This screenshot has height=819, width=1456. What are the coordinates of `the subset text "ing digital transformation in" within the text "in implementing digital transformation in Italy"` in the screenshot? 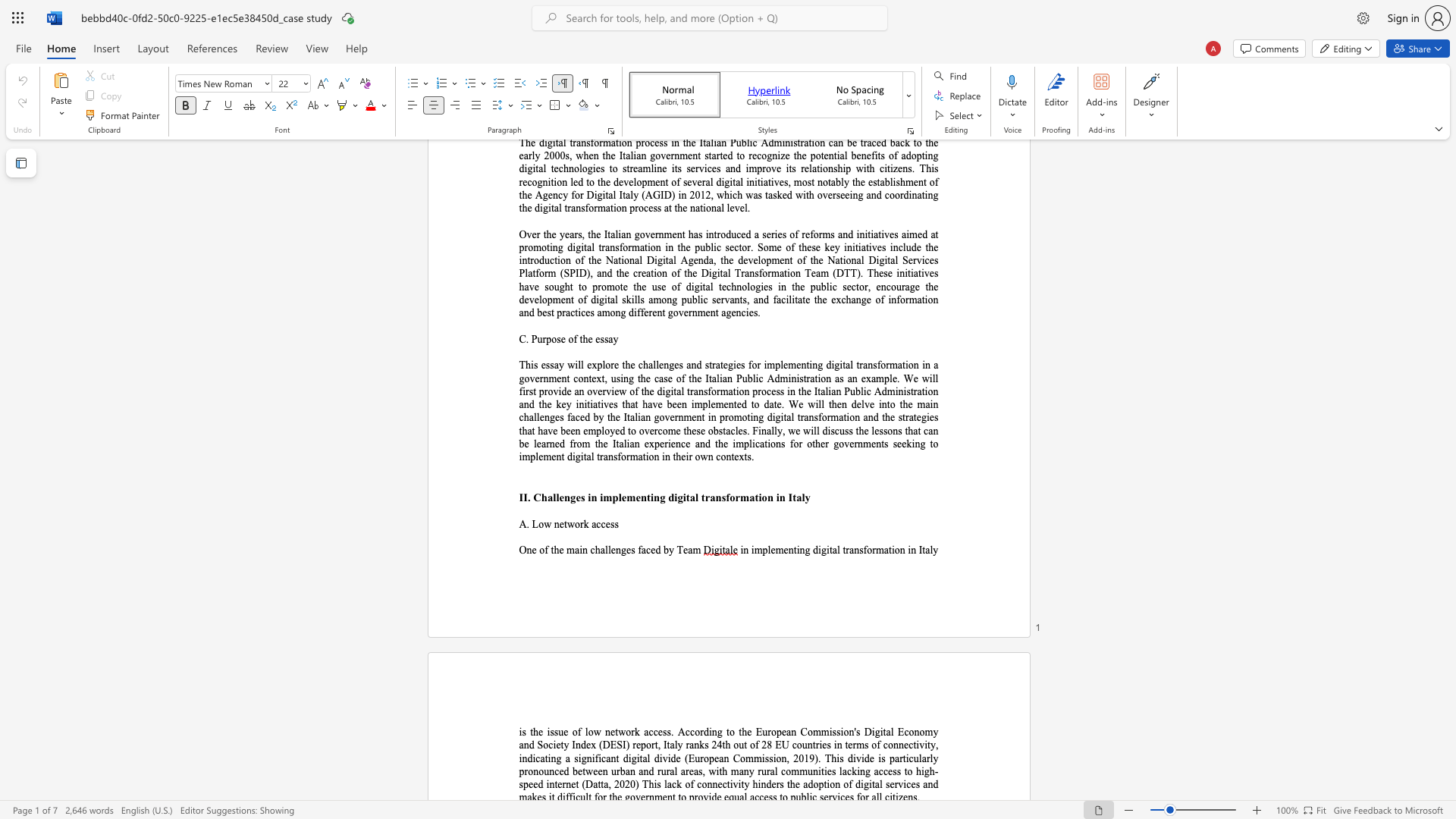 It's located at (795, 550).